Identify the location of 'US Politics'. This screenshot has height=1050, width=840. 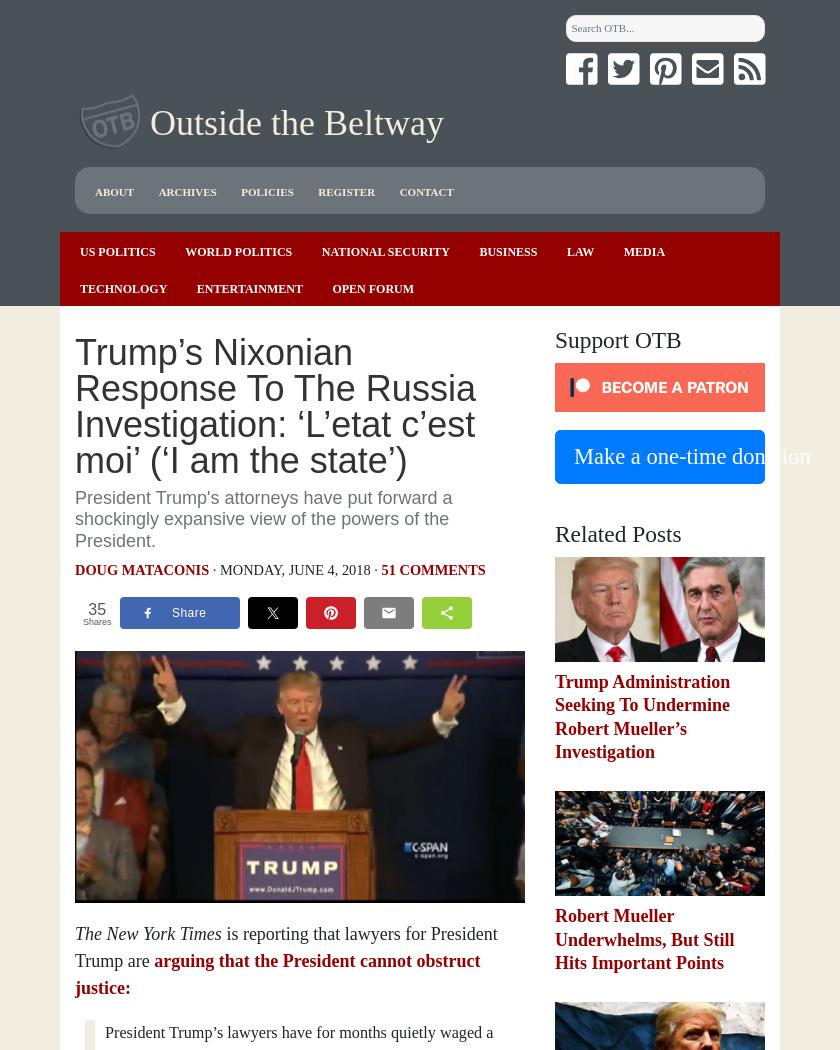
(117, 250).